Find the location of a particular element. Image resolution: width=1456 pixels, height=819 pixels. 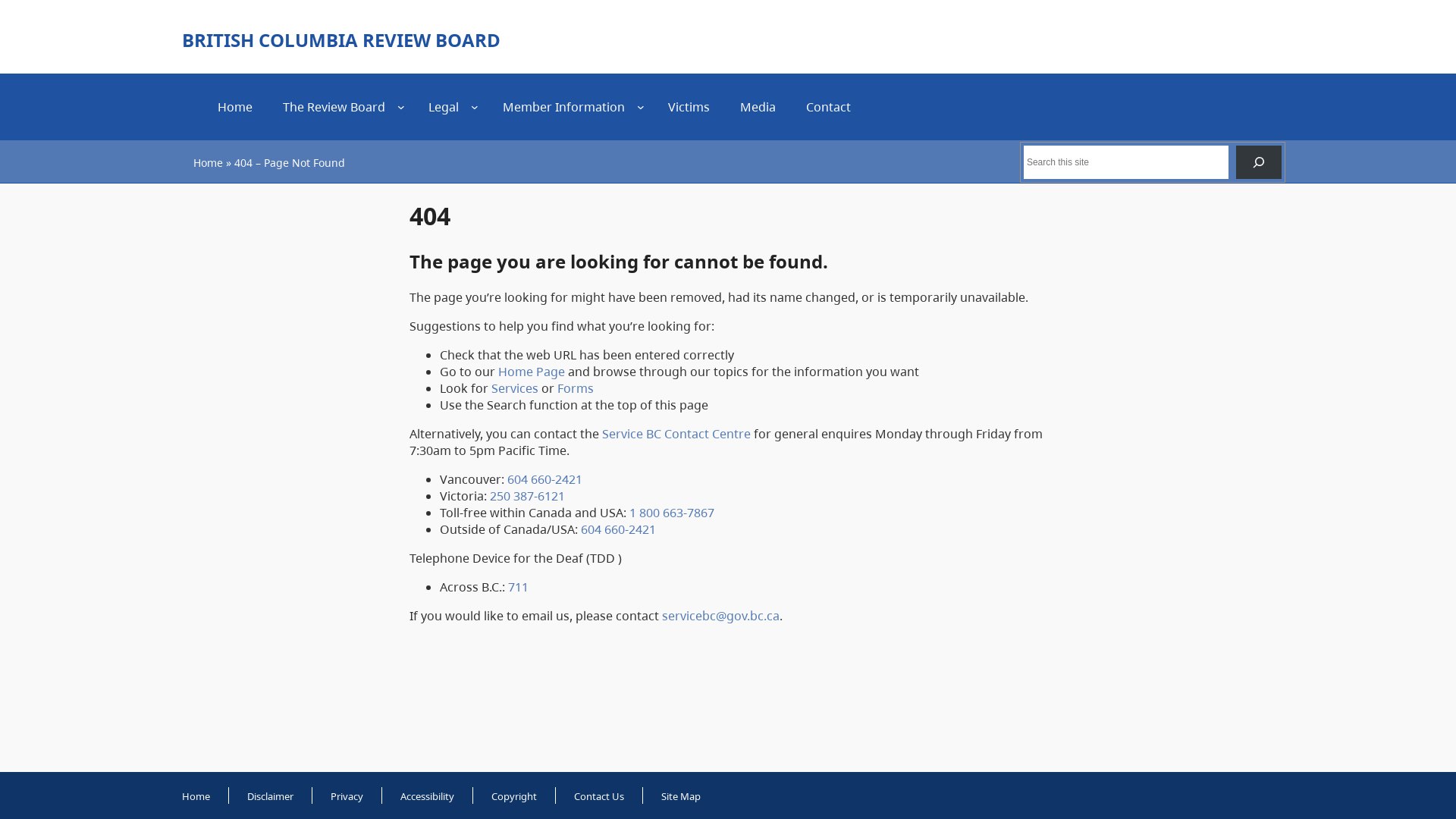

'Privacy' is located at coordinates (346, 795).